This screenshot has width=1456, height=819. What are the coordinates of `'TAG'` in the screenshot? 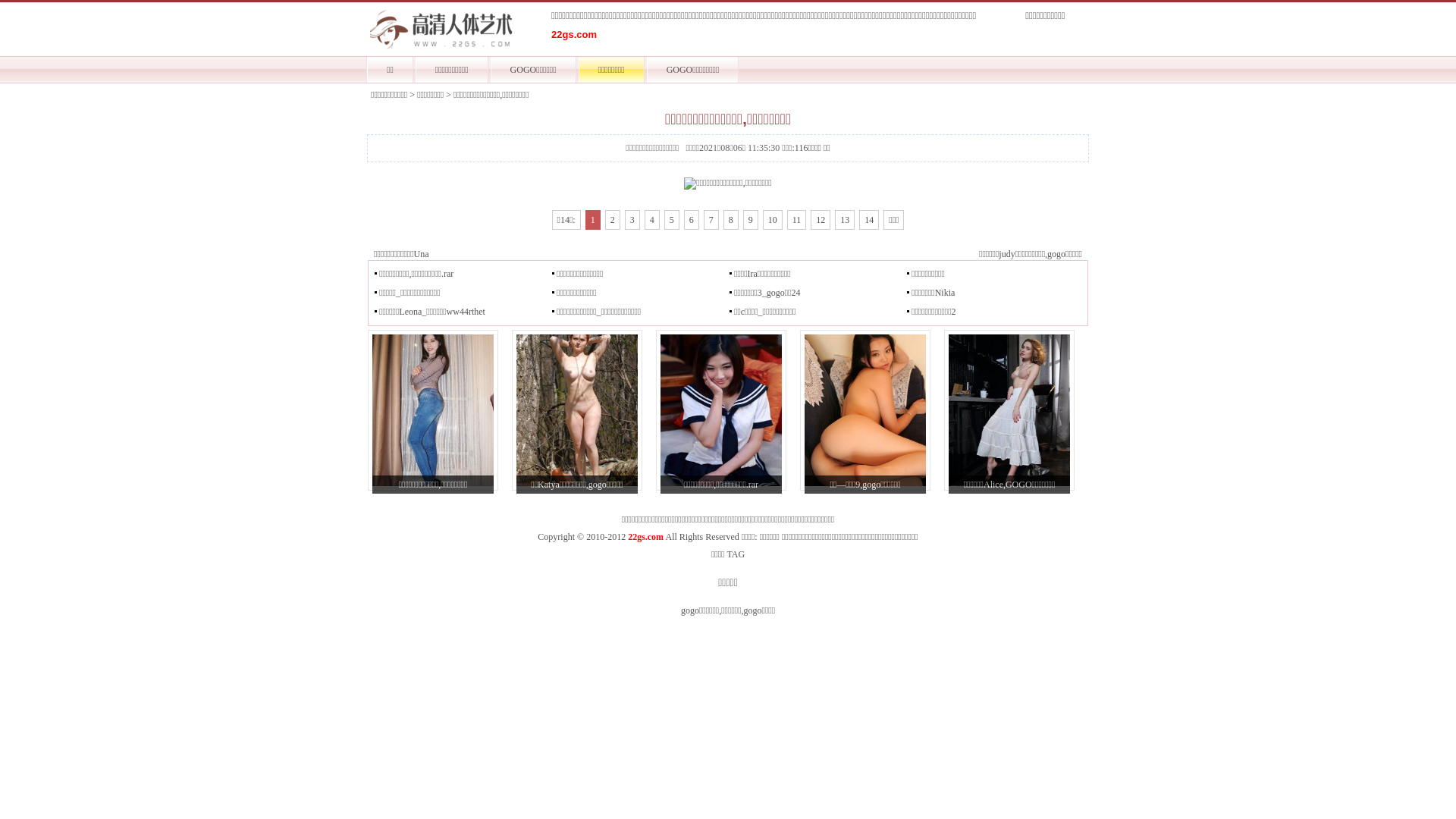 It's located at (726, 554).